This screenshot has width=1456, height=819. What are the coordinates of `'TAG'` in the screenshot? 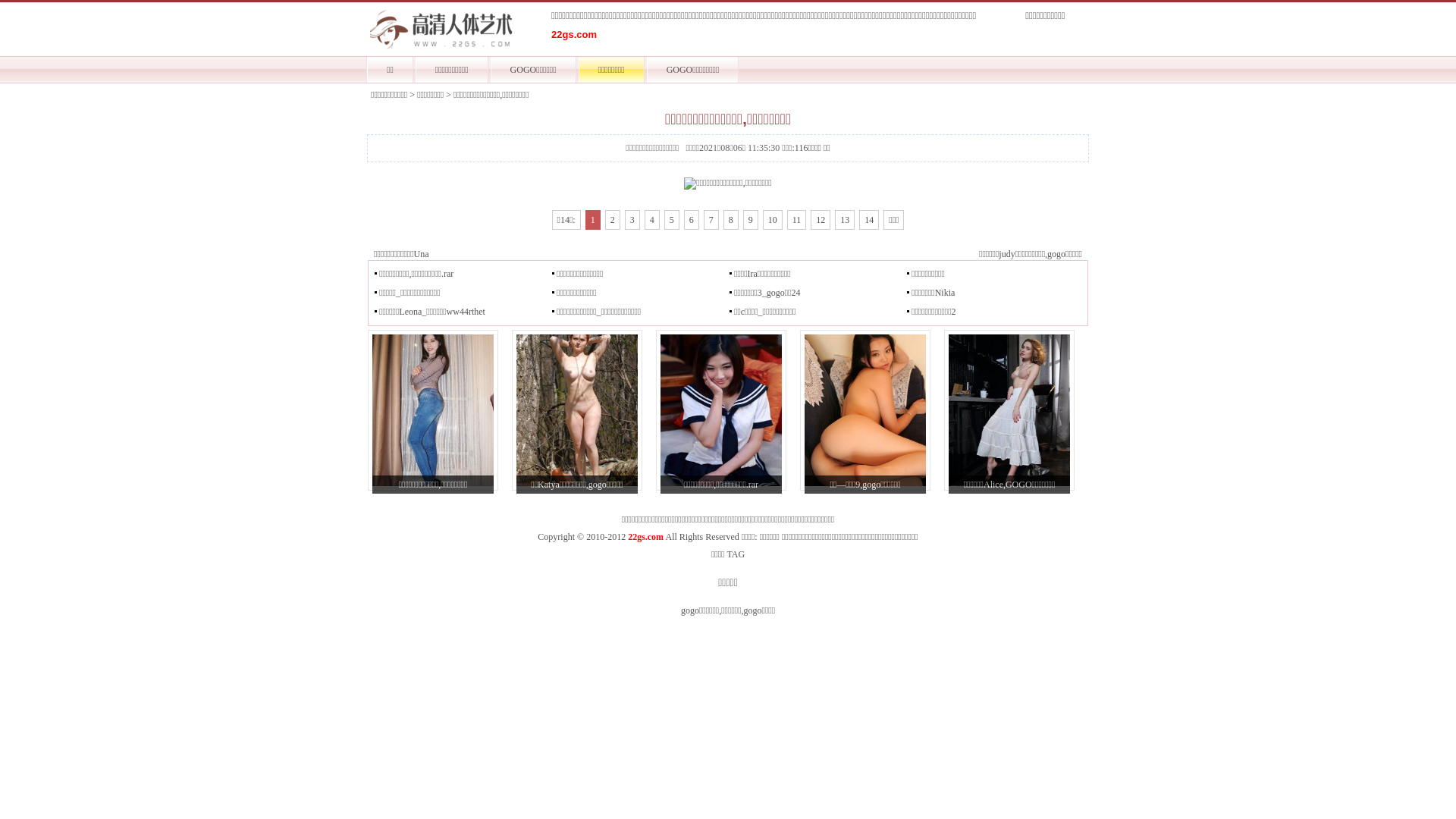 It's located at (726, 554).